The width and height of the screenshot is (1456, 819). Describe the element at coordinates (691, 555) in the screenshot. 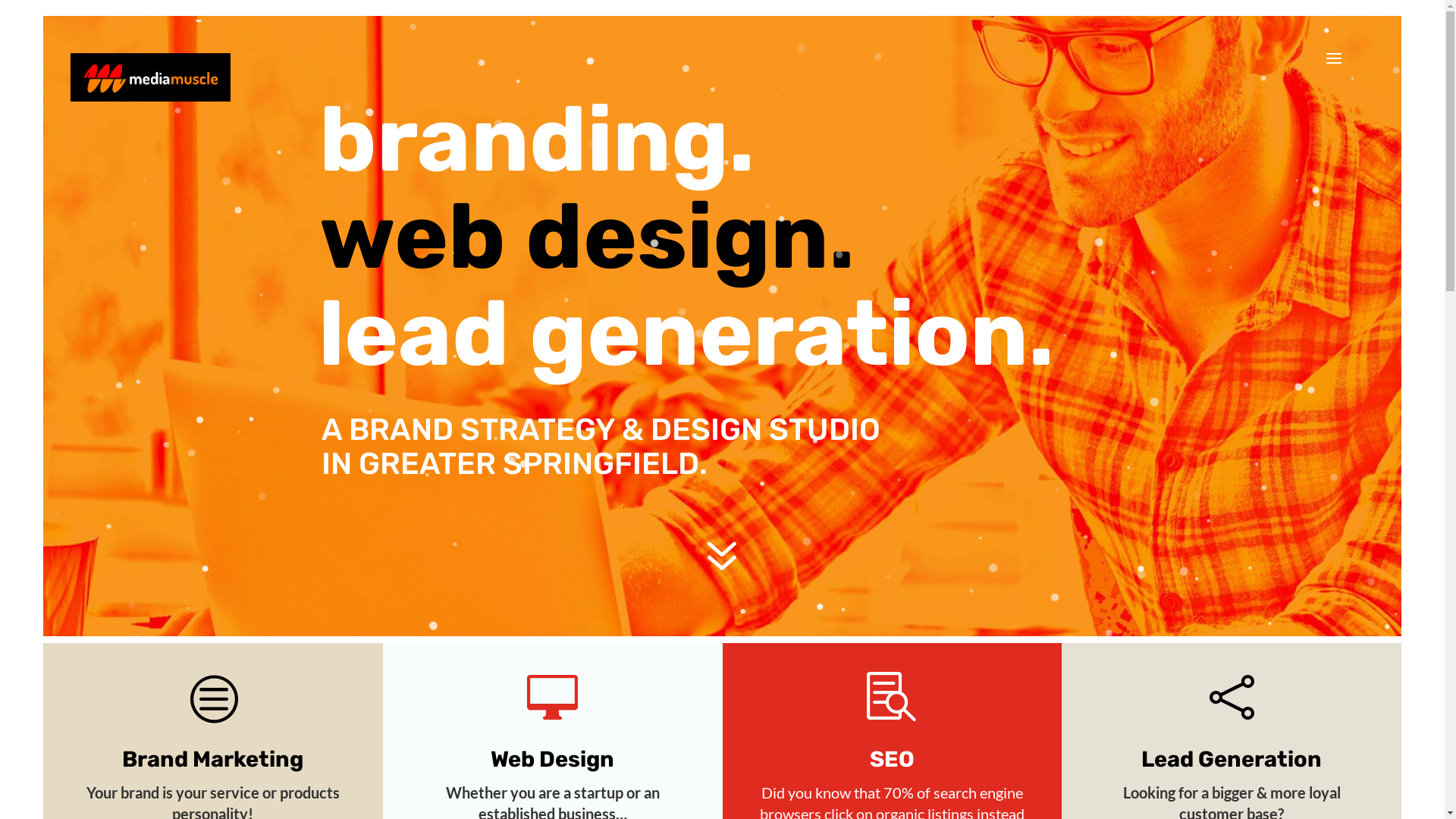

I see `'7'` at that location.